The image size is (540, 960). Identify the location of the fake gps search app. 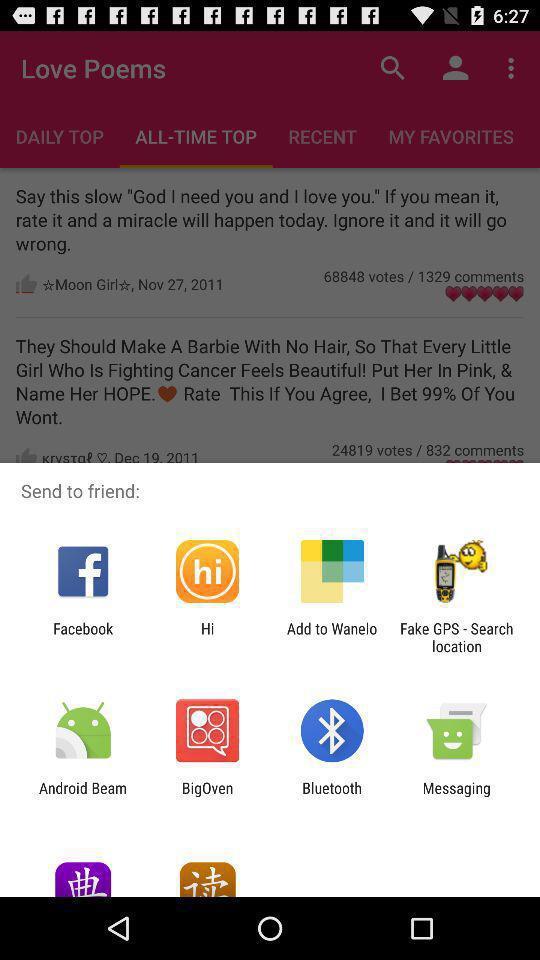
(456, 636).